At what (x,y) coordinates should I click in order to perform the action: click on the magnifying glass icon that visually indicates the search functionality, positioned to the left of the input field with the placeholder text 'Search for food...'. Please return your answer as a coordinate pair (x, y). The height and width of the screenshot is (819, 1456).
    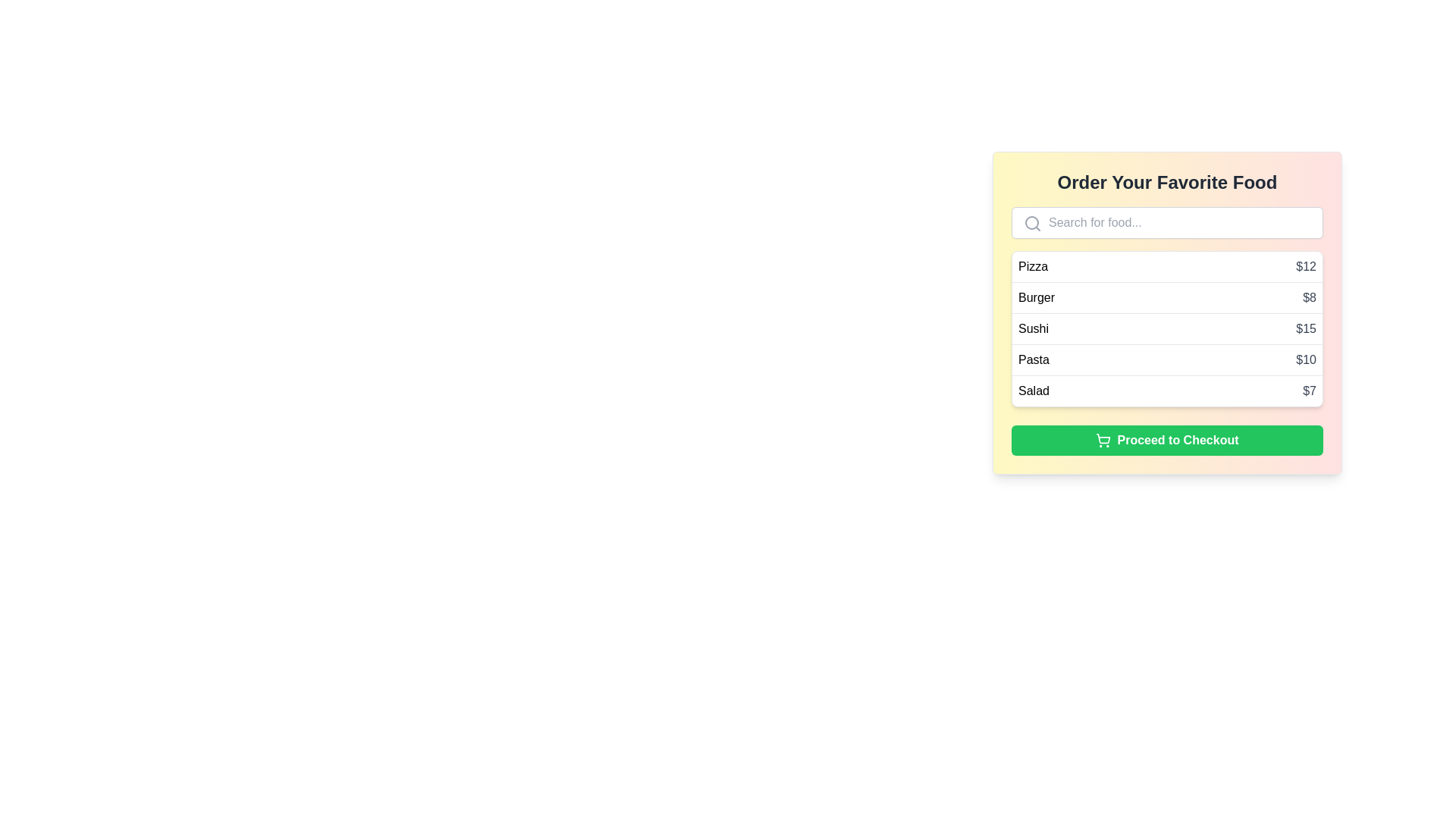
    Looking at the image, I should click on (1032, 223).